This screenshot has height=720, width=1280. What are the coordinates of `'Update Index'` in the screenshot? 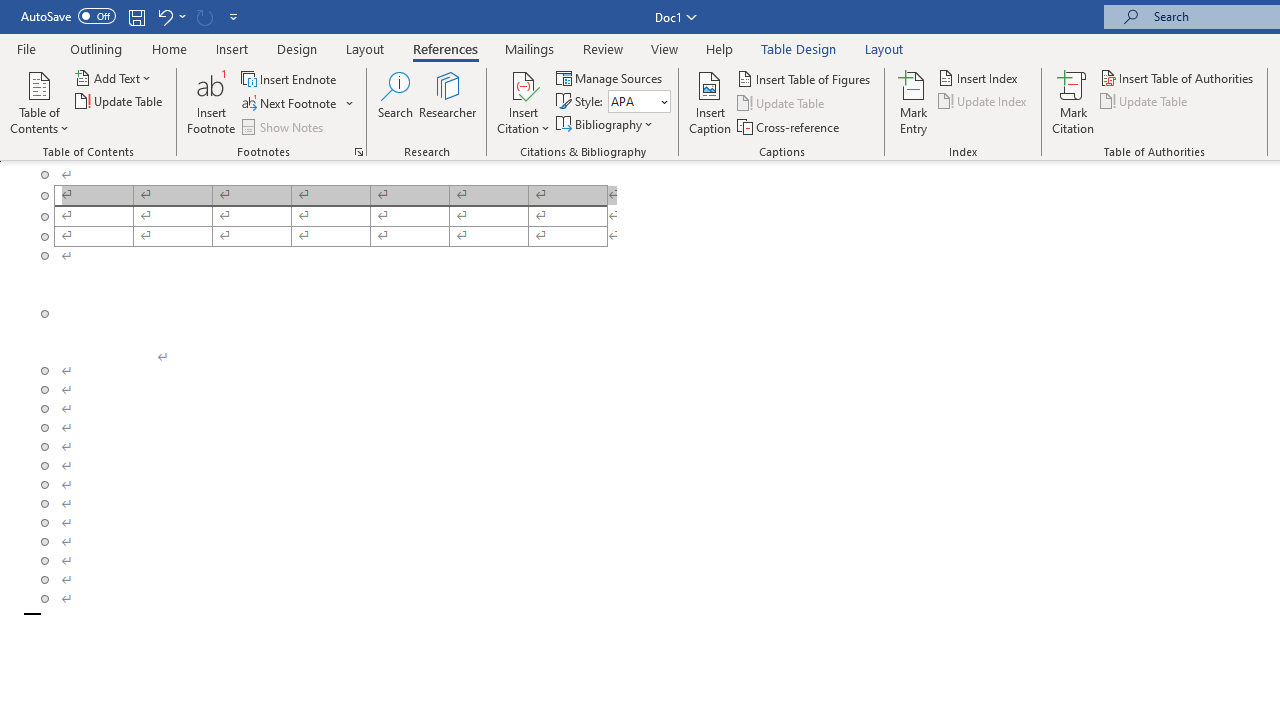 It's located at (984, 101).